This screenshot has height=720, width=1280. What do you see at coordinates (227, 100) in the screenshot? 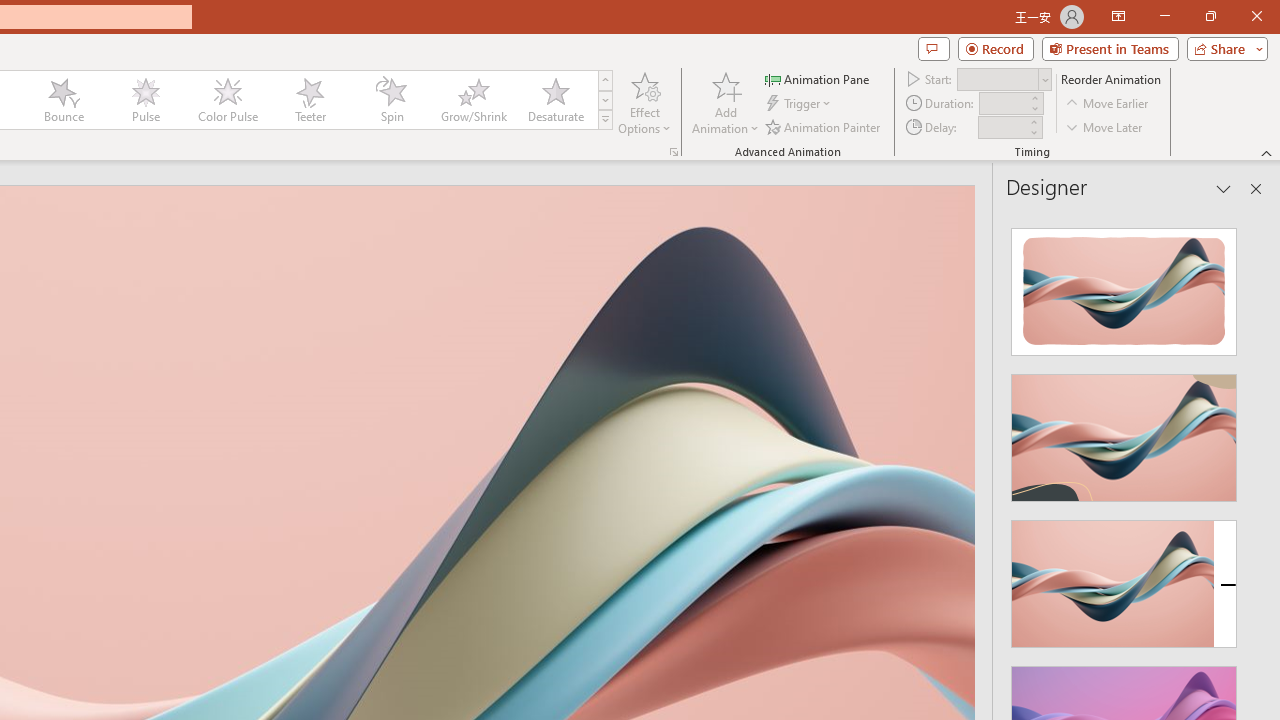
I see `'Color Pulse'` at bounding box center [227, 100].